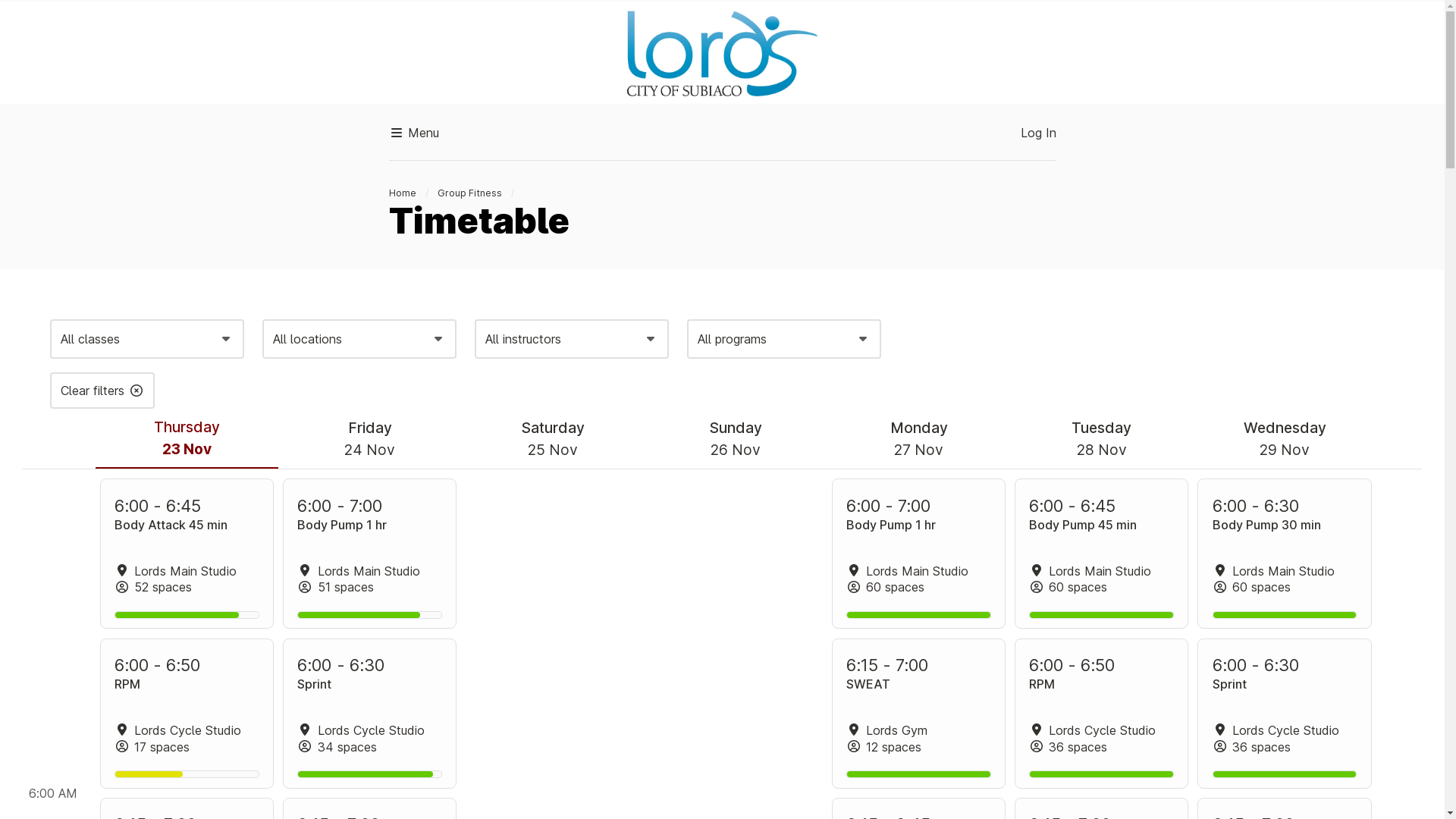 The image size is (1456, 819). Describe the element at coordinates (1101, 714) in the screenshot. I see `'RPM` at that location.